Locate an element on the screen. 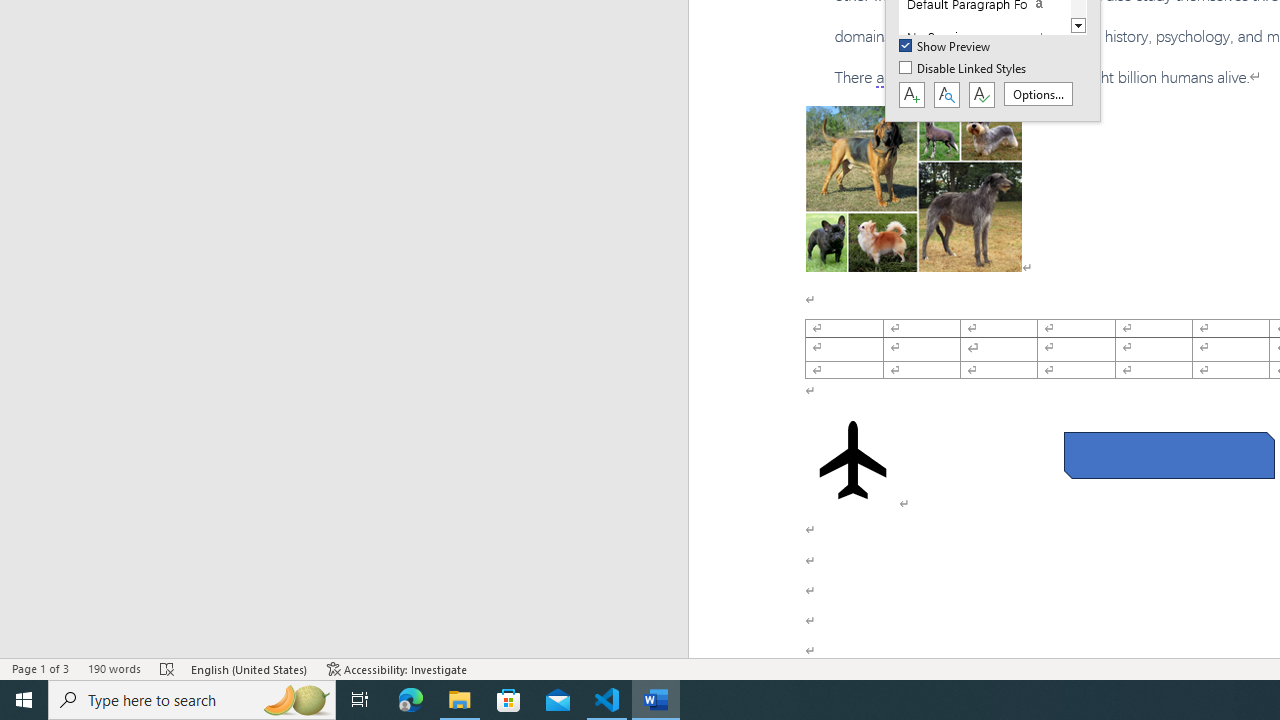  'Show Preview' is located at coordinates (945, 46).